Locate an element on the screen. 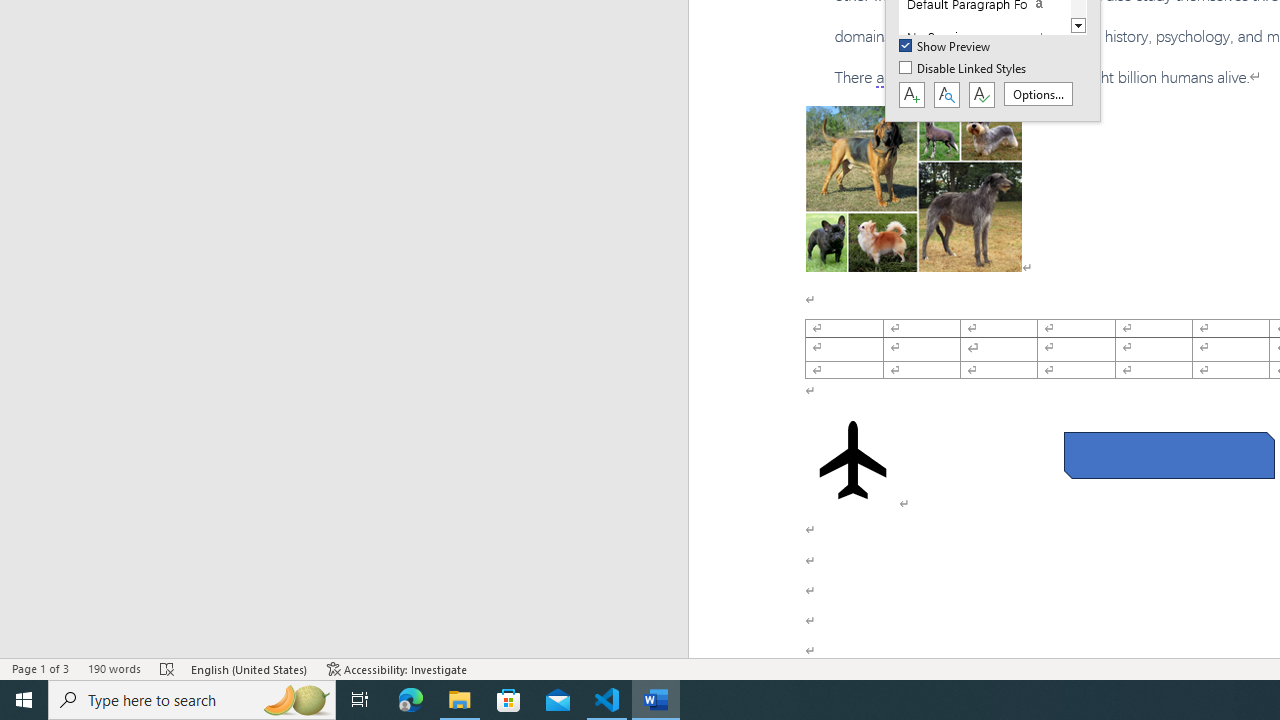  'Show Preview' is located at coordinates (945, 46).